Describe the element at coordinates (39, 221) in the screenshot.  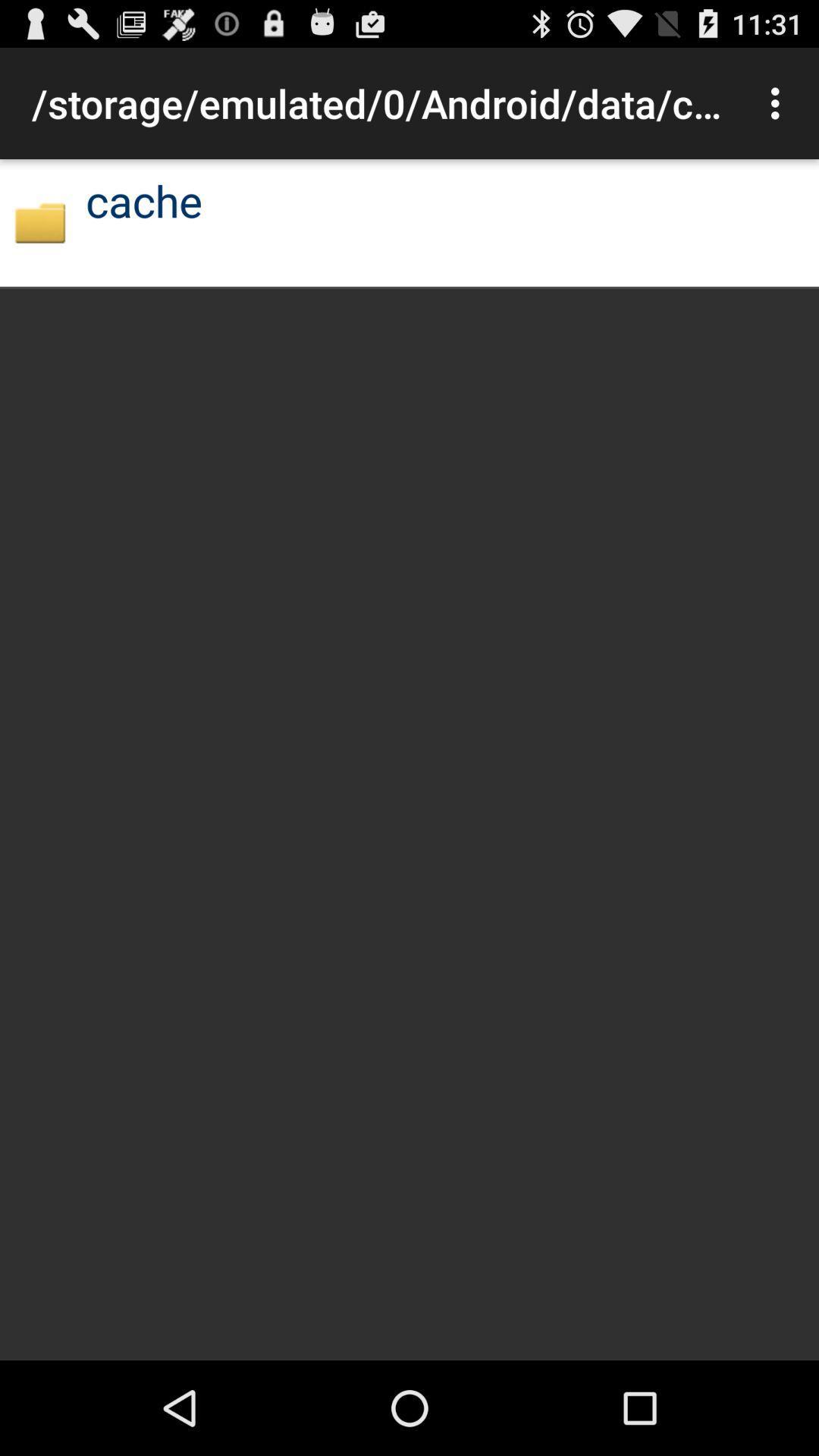
I see `app next to the cache icon` at that location.